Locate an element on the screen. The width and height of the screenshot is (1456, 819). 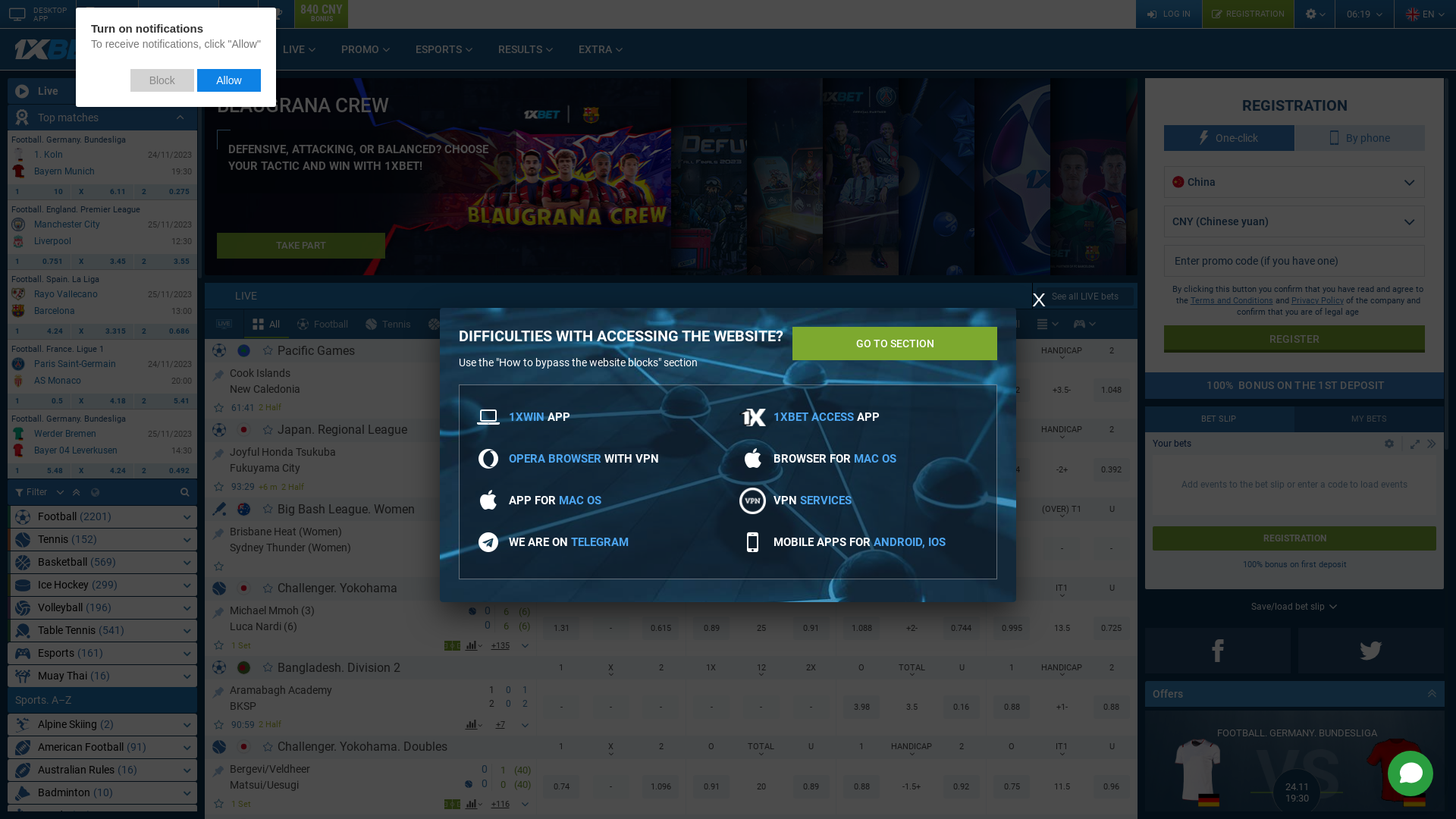
'PROMO' is located at coordinates (366, 49).